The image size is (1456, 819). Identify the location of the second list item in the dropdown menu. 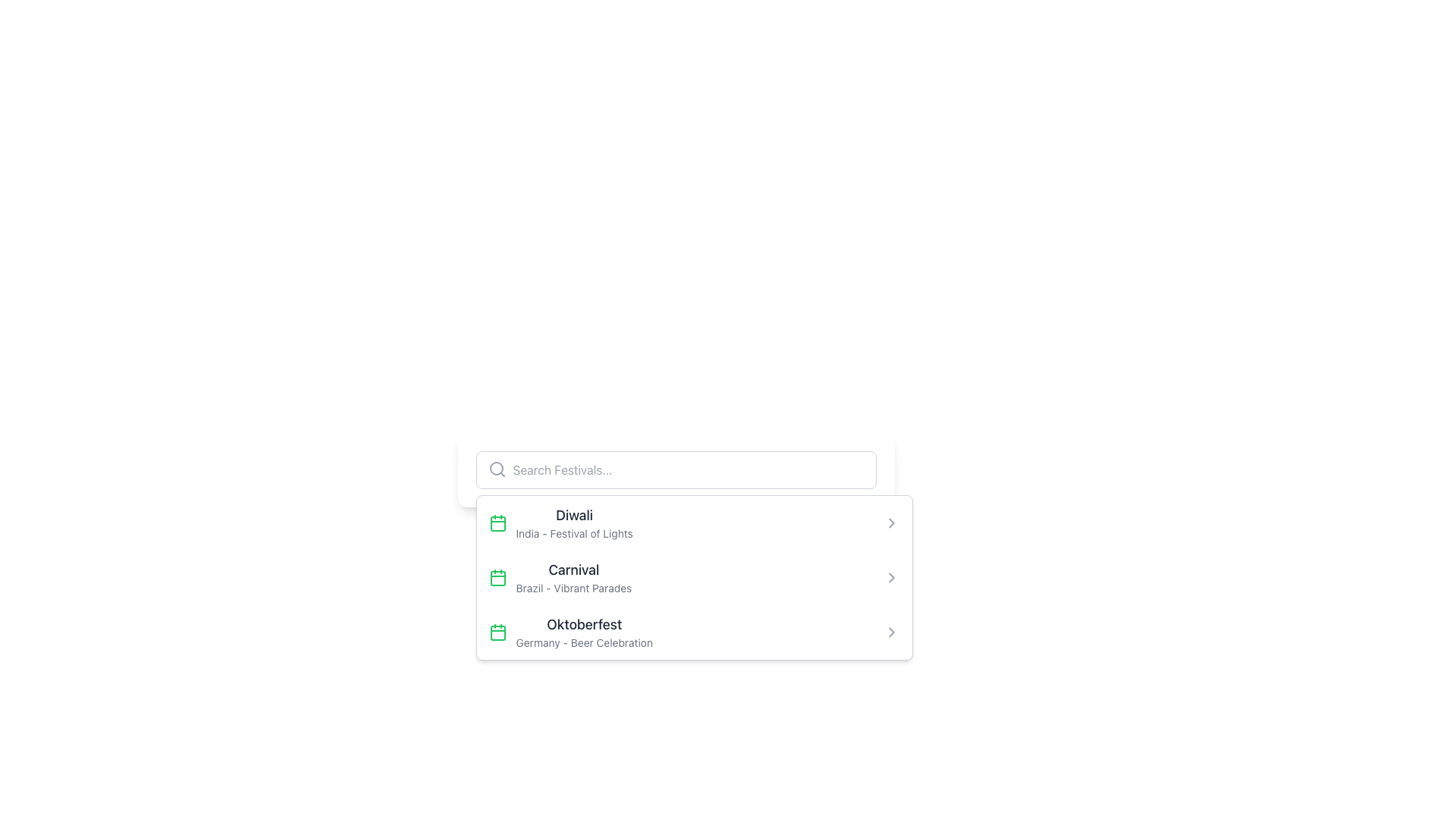
(693, 578).